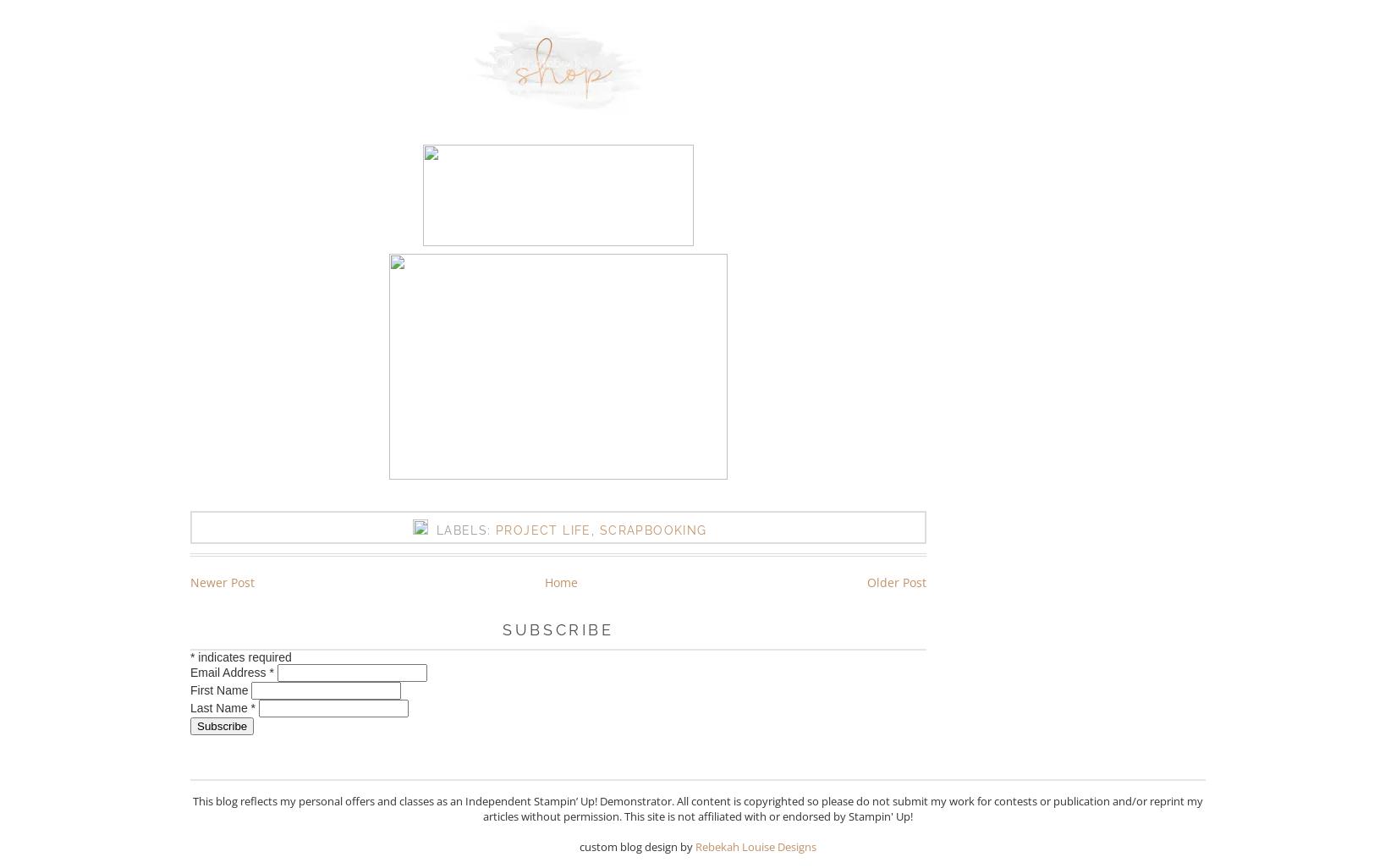 Image resolution: width=1396 pixels, height=868 pixels. I want to click on 'Subscribe', so click(557, 629).